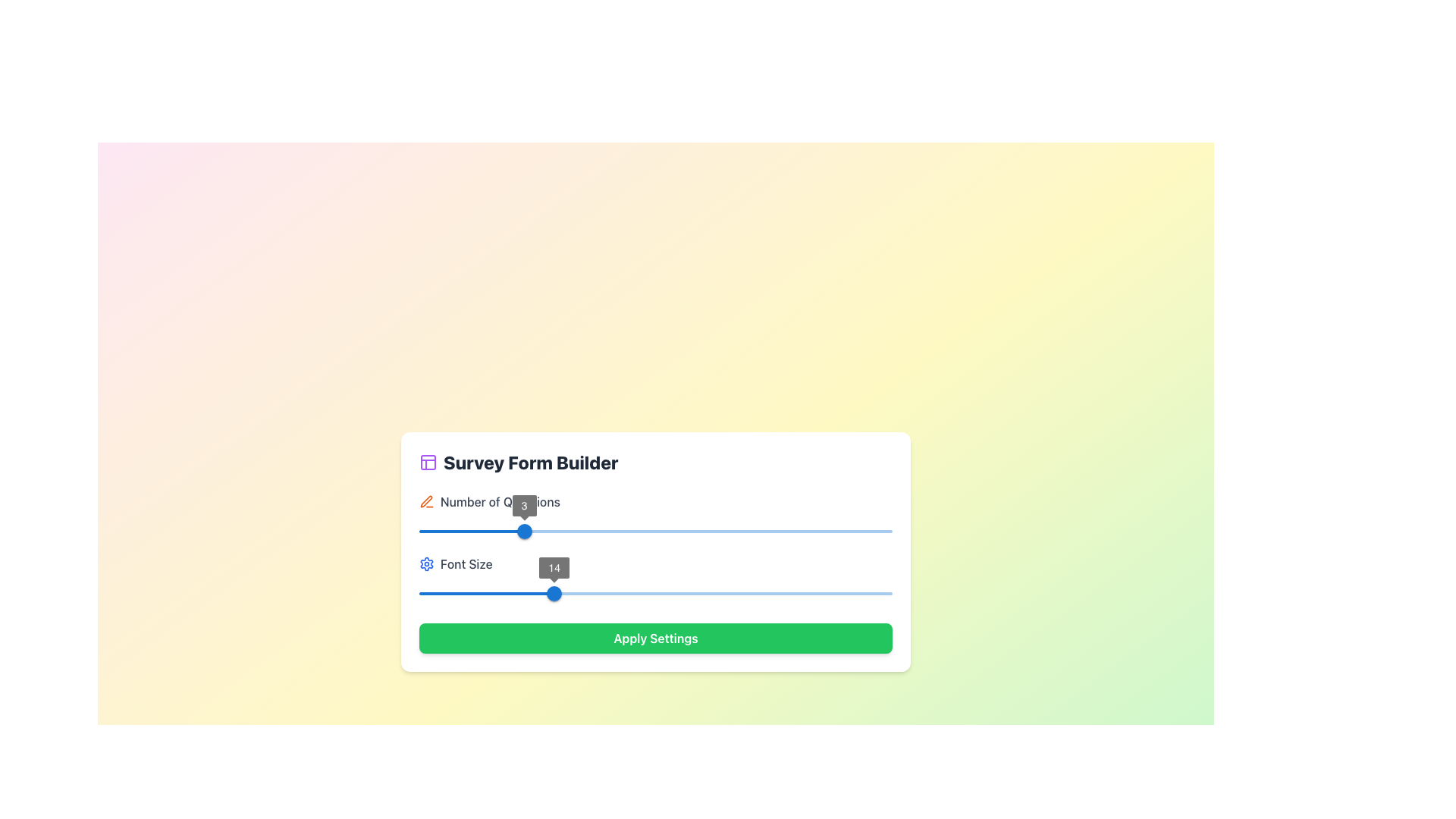 This screenshot has height=819, width=1456. Describe the element at coordinates (679, 593) in the screenshot. I see `the slider value` at that location.